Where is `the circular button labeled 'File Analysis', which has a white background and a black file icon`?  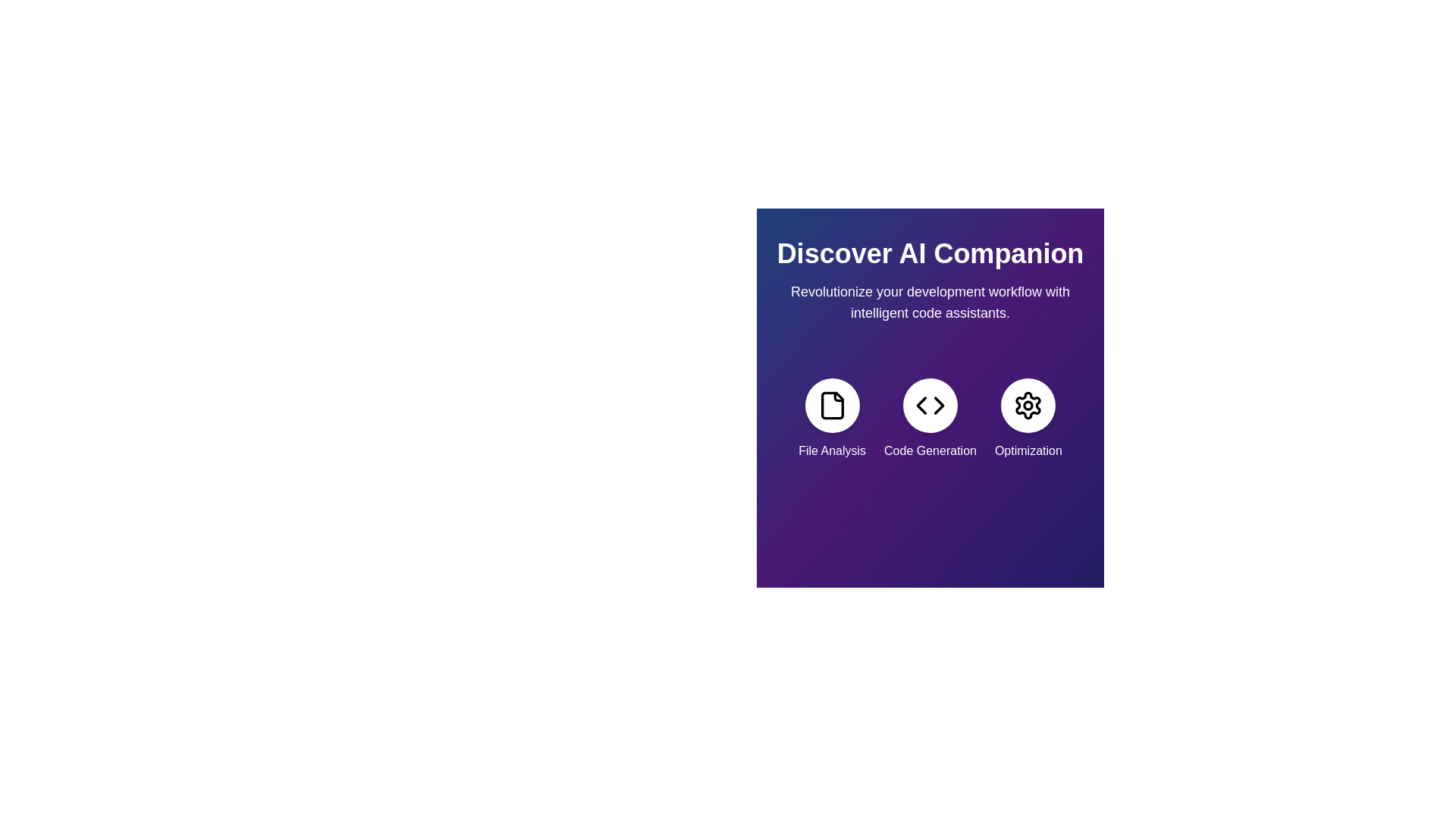 the circular button labeled 'File Analysis', which has a white background and a black file icon is located at coordinates (831, 405).